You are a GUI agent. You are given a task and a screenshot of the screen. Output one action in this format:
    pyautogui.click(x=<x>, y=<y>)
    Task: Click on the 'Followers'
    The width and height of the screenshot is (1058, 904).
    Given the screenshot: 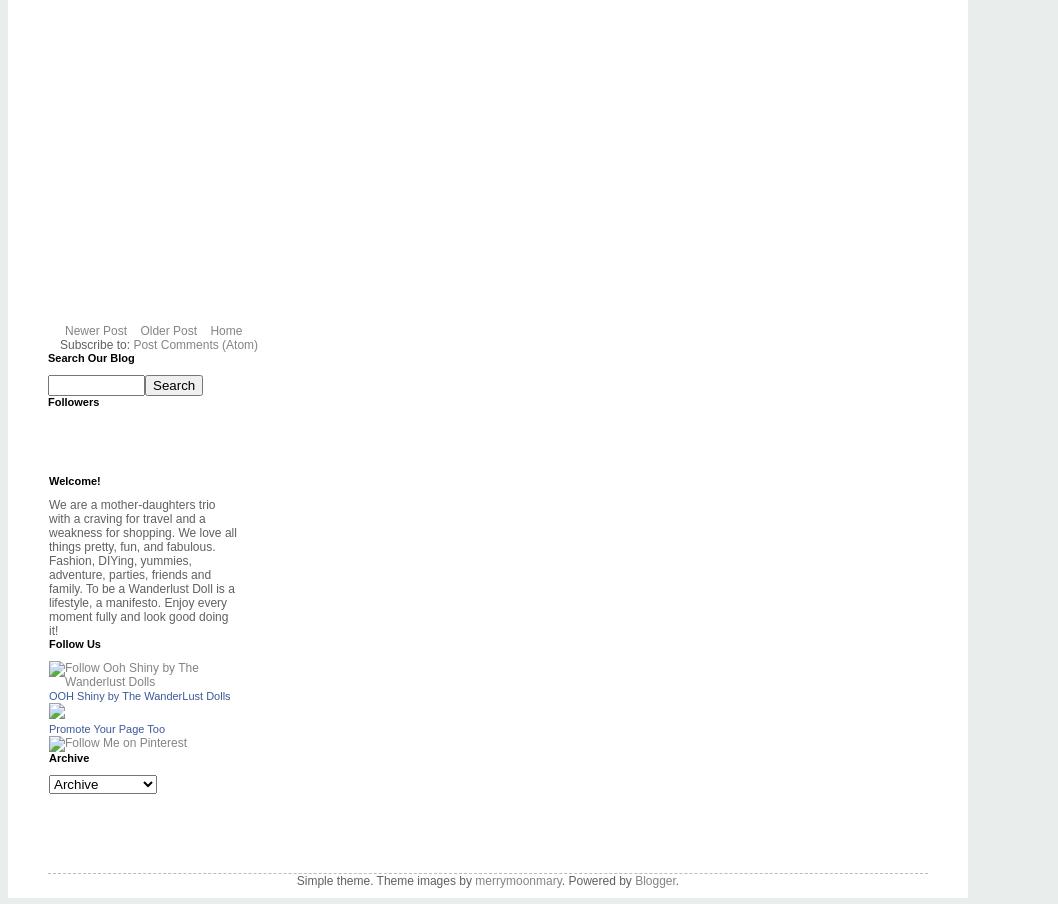 What is the action you would take?
    pyautogui.click(x=73, y=401)
    